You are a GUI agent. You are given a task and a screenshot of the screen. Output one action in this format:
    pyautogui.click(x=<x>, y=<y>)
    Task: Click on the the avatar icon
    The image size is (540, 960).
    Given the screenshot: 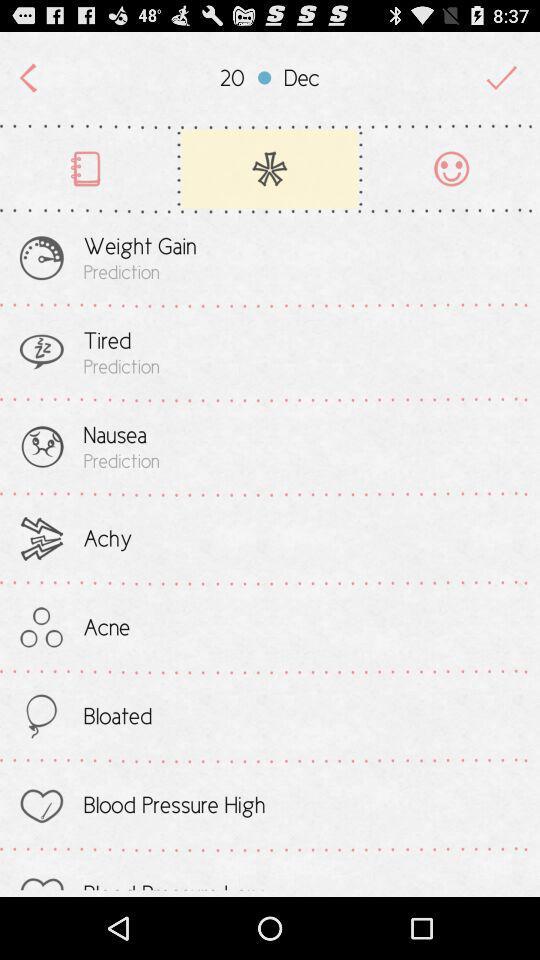 What is the action you would take?
    pyautogui.click(x=451, y=179)
    